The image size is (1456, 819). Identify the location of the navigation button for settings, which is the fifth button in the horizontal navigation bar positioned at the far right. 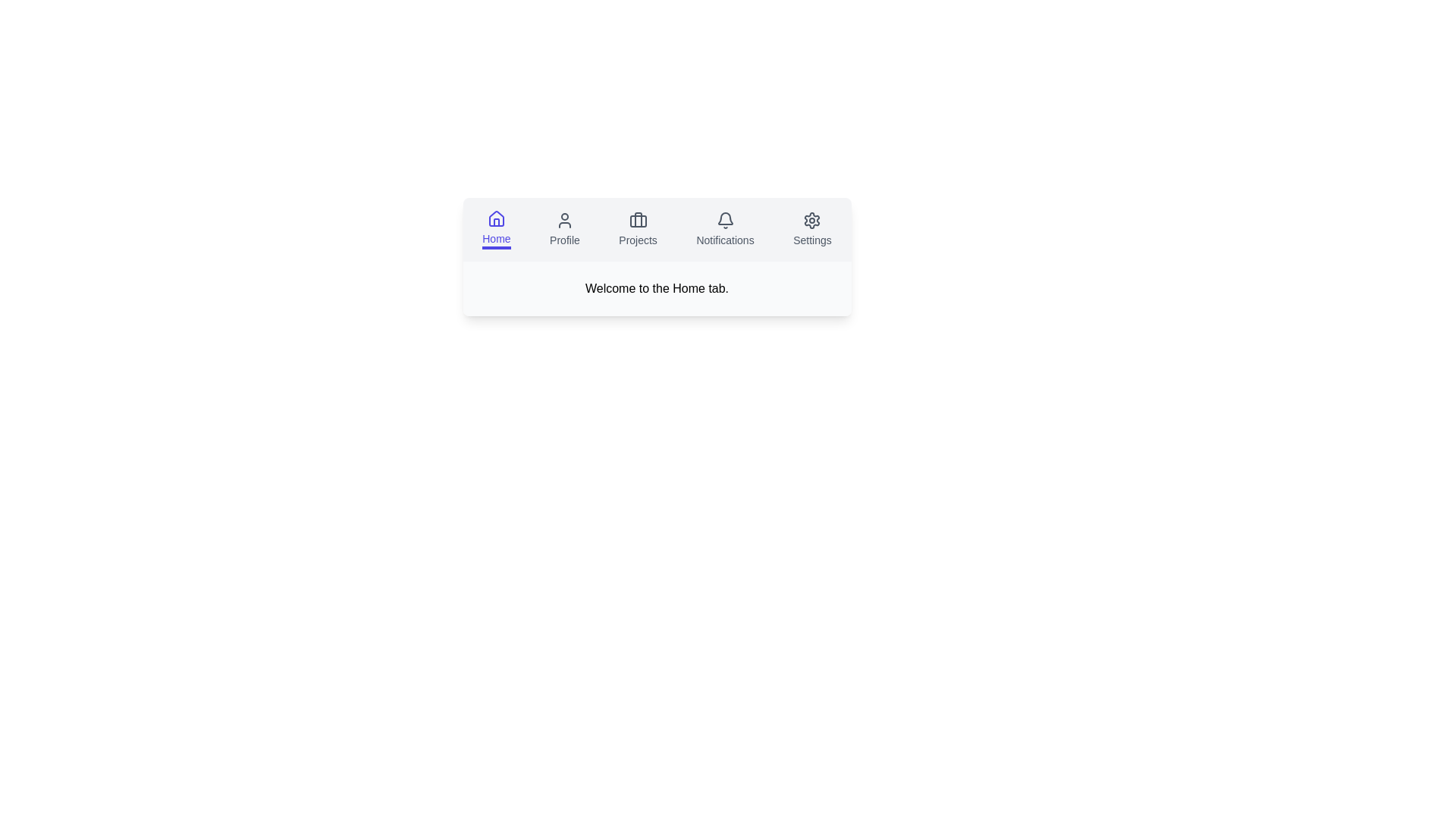
(811, 230).